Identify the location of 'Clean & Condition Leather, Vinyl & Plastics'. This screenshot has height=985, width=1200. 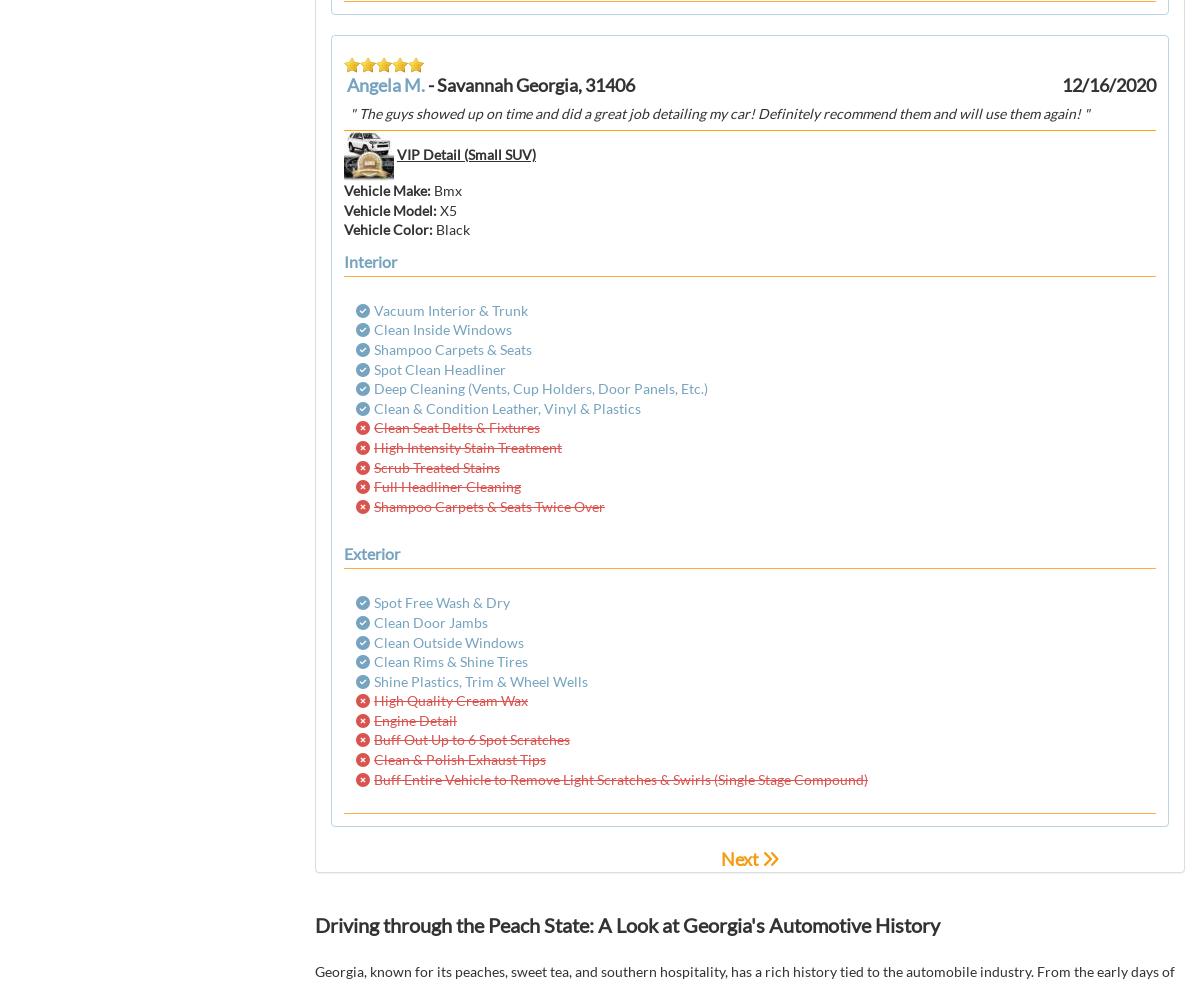
(506, 406).